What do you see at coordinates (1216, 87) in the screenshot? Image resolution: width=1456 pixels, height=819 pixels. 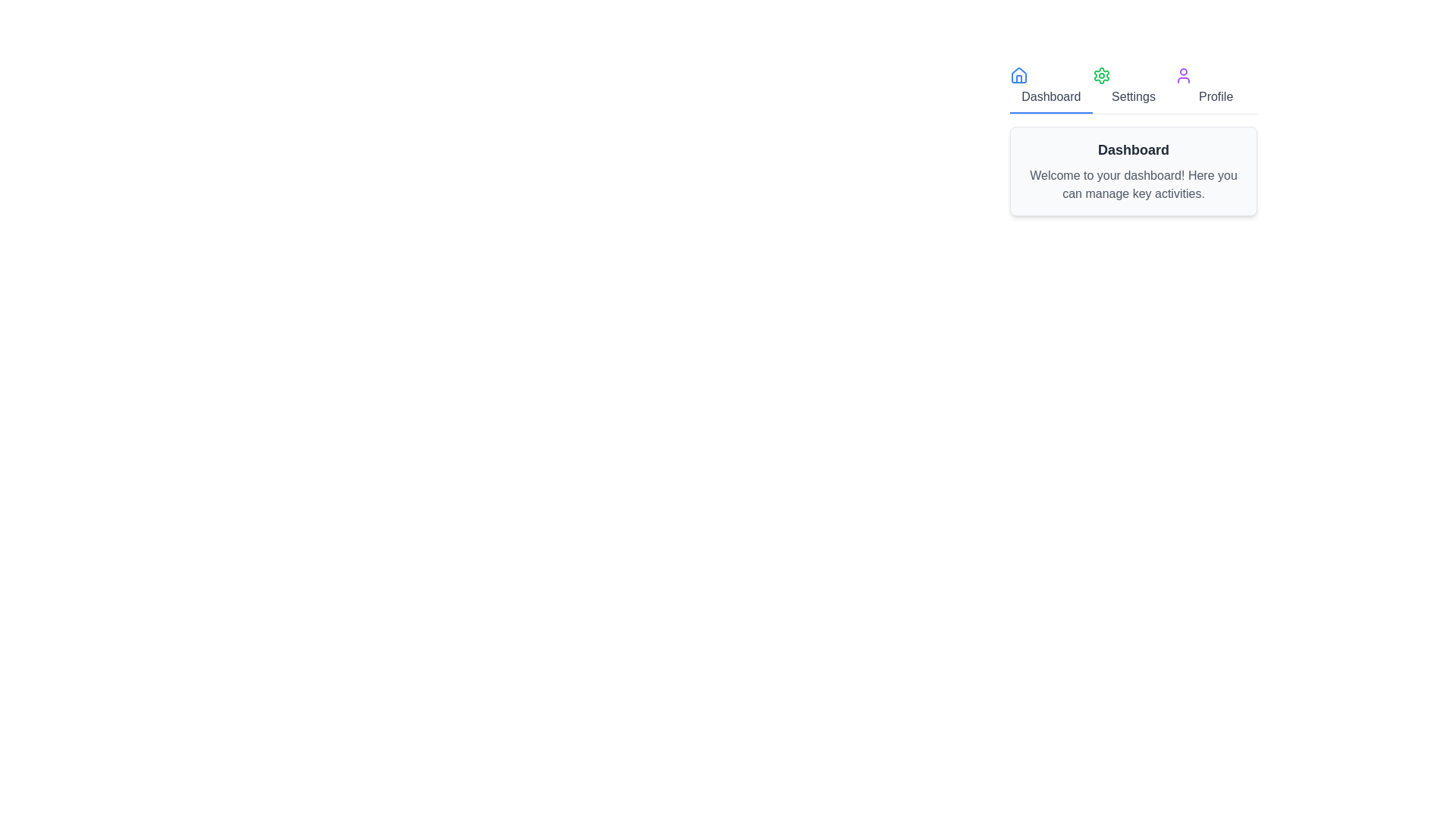 I see `the tab labeled Profile` at bounding box center [1216, 87].